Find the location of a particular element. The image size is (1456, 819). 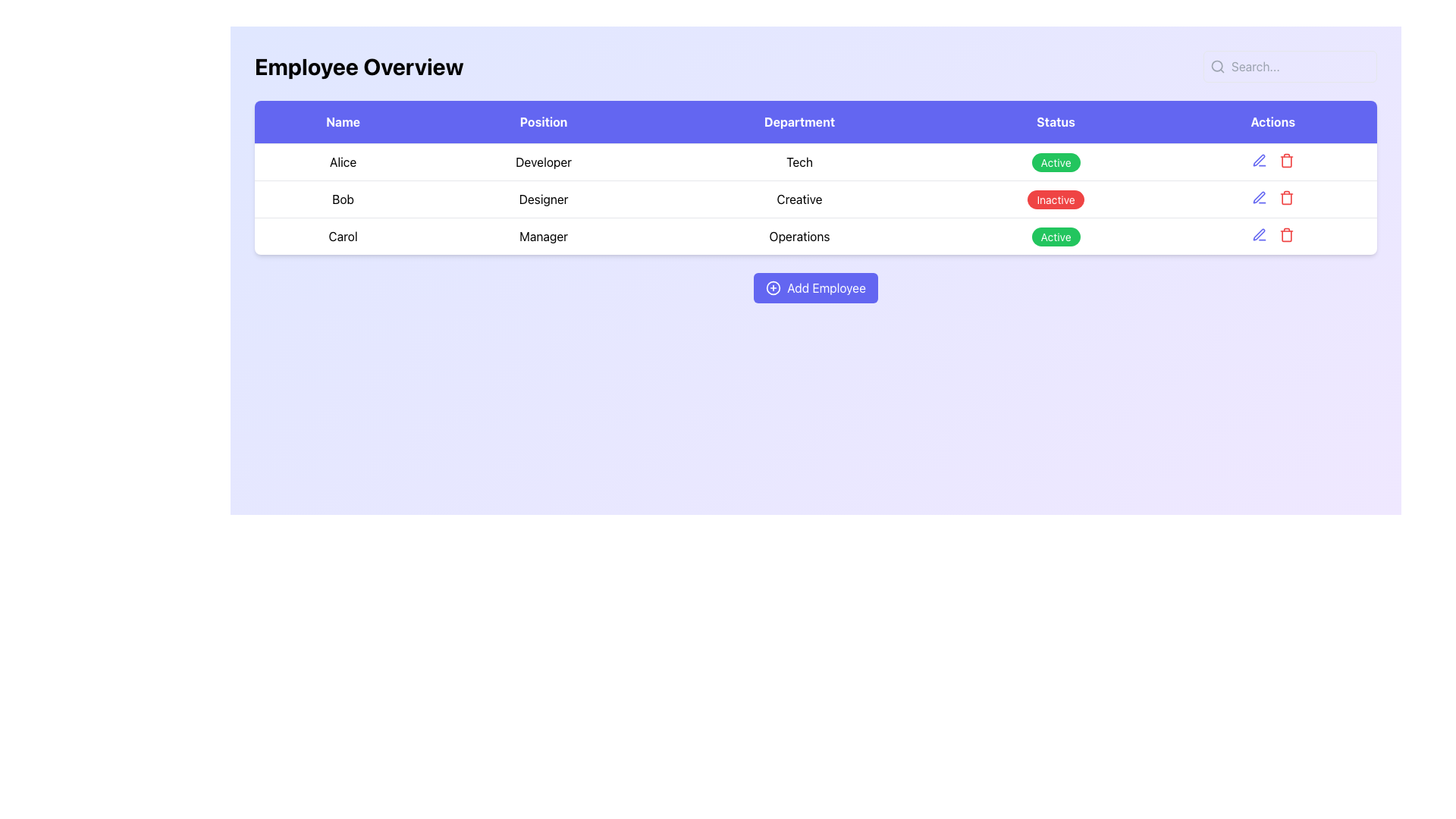

the red trash bin icon located in the 'Actions' column of the table, which is the rightmost icon in the last row is located at coordinates (1285, 234).